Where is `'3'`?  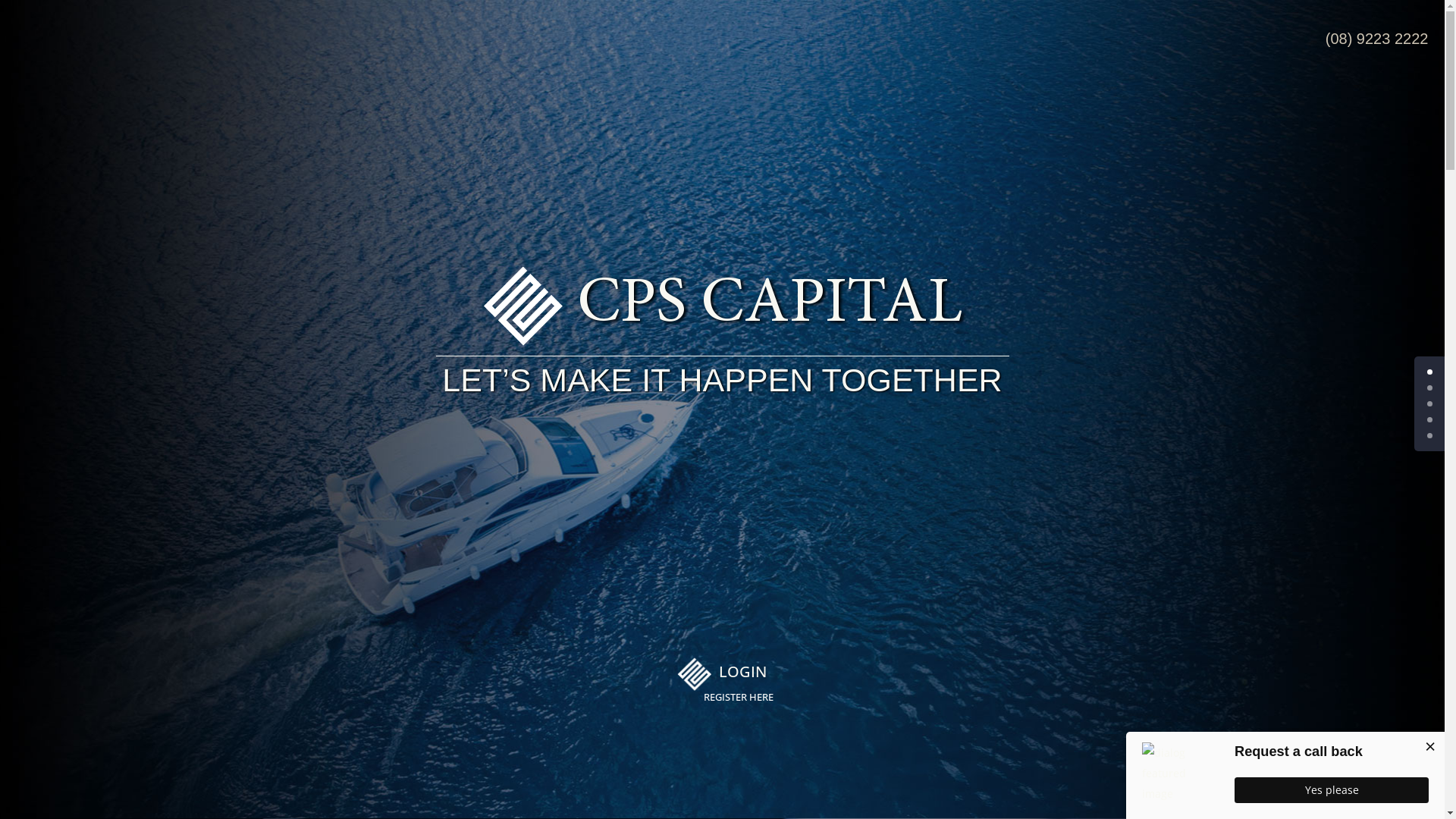
'3' is located at coordinates (1429, 419).